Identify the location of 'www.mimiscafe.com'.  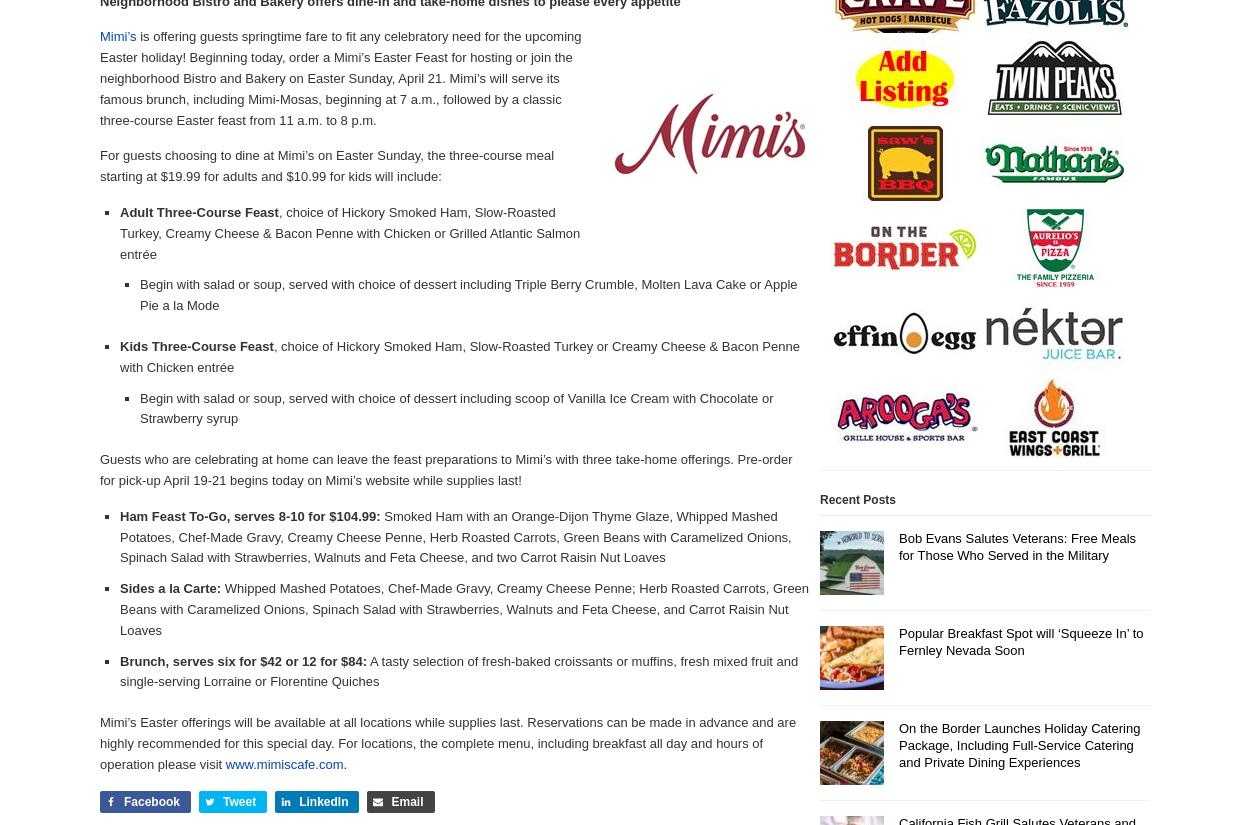
(284, 762).